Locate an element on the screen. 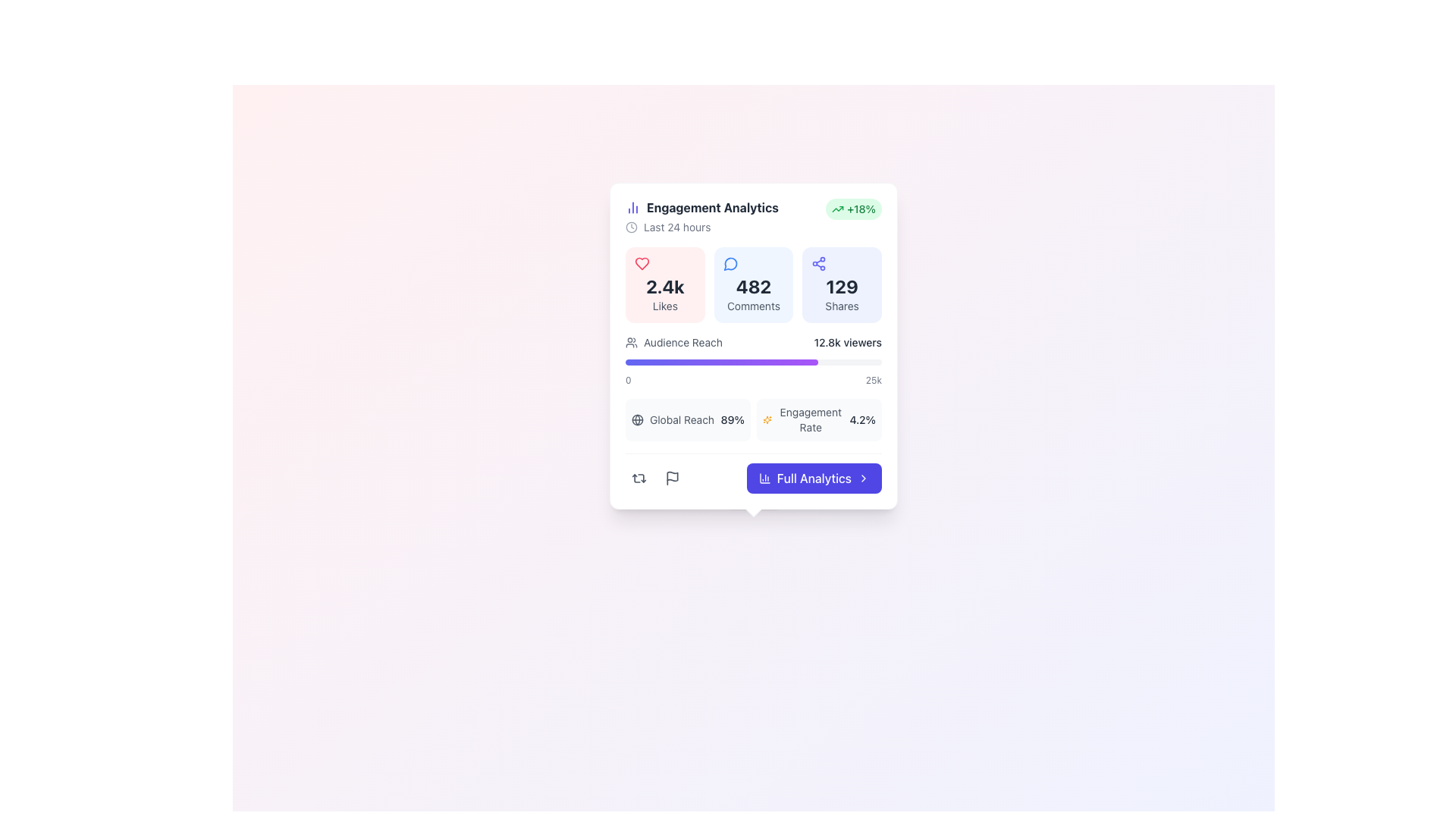 The width and height of the screenshot is (1456, 819). the 'Last 24 hours' label which is styled in subtle gray and accompanied by a small clock icon, located directly below the 'Engagement Analytics' header is located at coordinates (701, 227).